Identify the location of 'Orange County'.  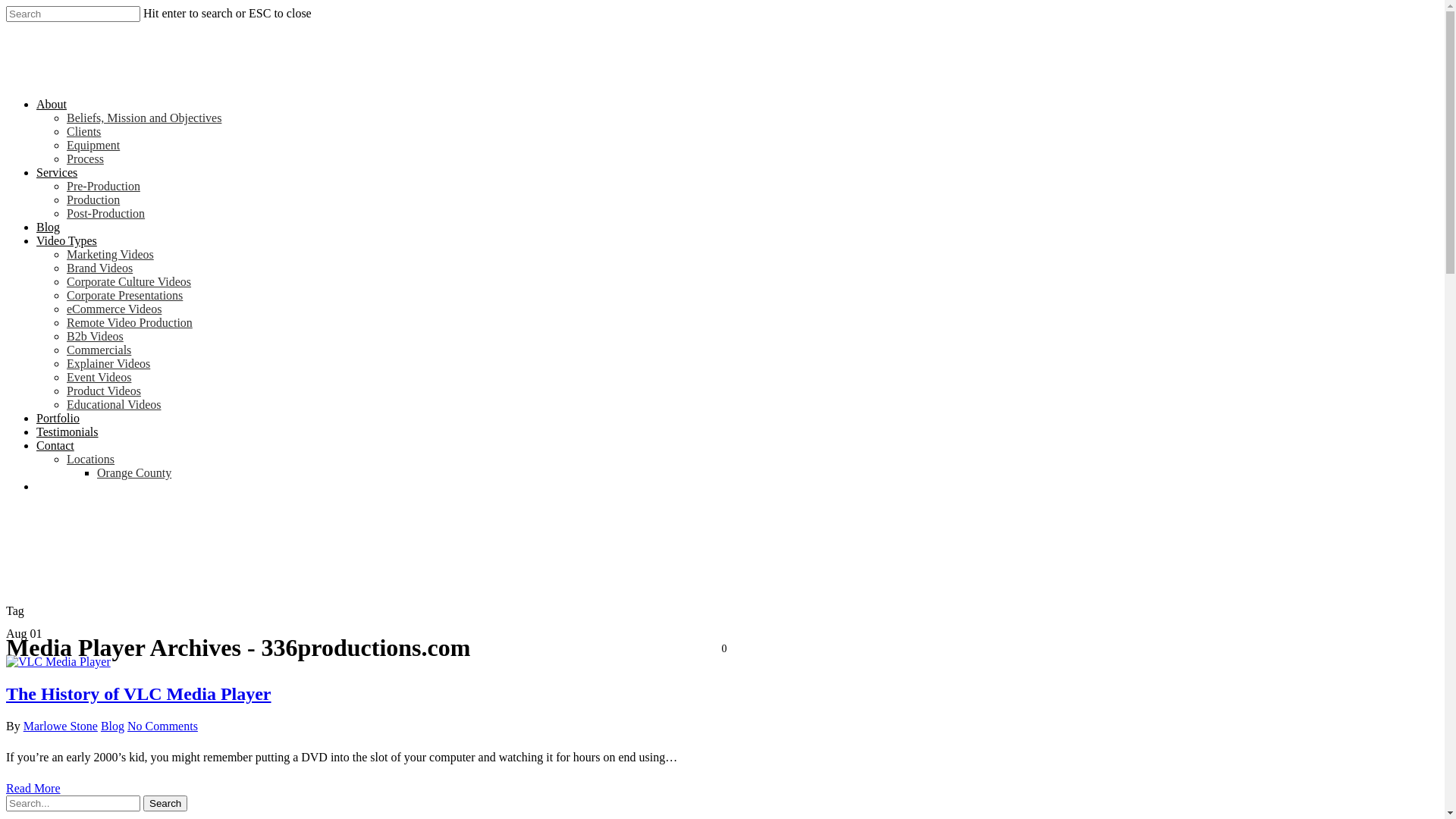
(134, 472).